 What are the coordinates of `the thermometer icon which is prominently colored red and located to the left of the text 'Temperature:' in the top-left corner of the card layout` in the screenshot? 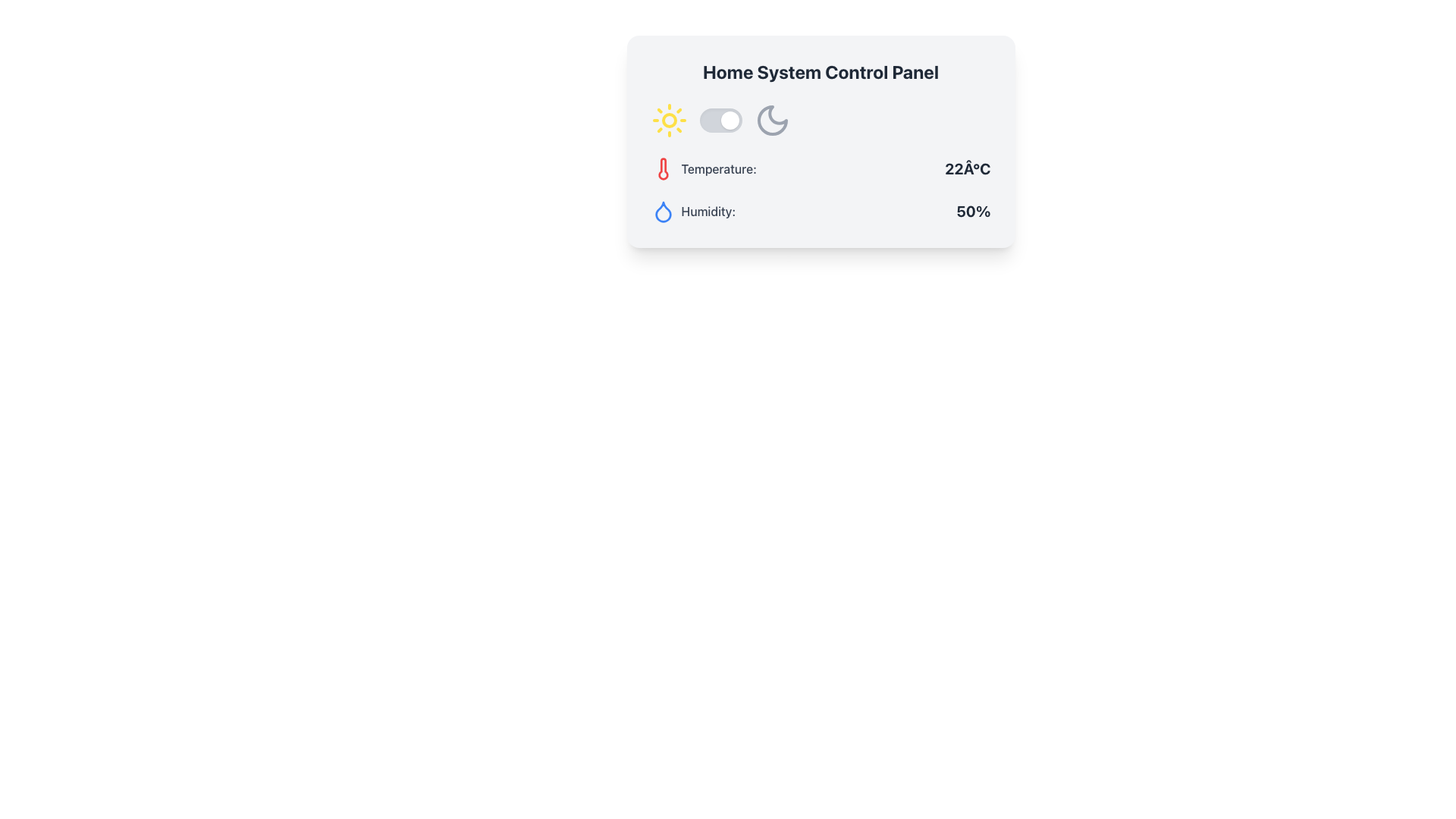 It's located at (663, 169).